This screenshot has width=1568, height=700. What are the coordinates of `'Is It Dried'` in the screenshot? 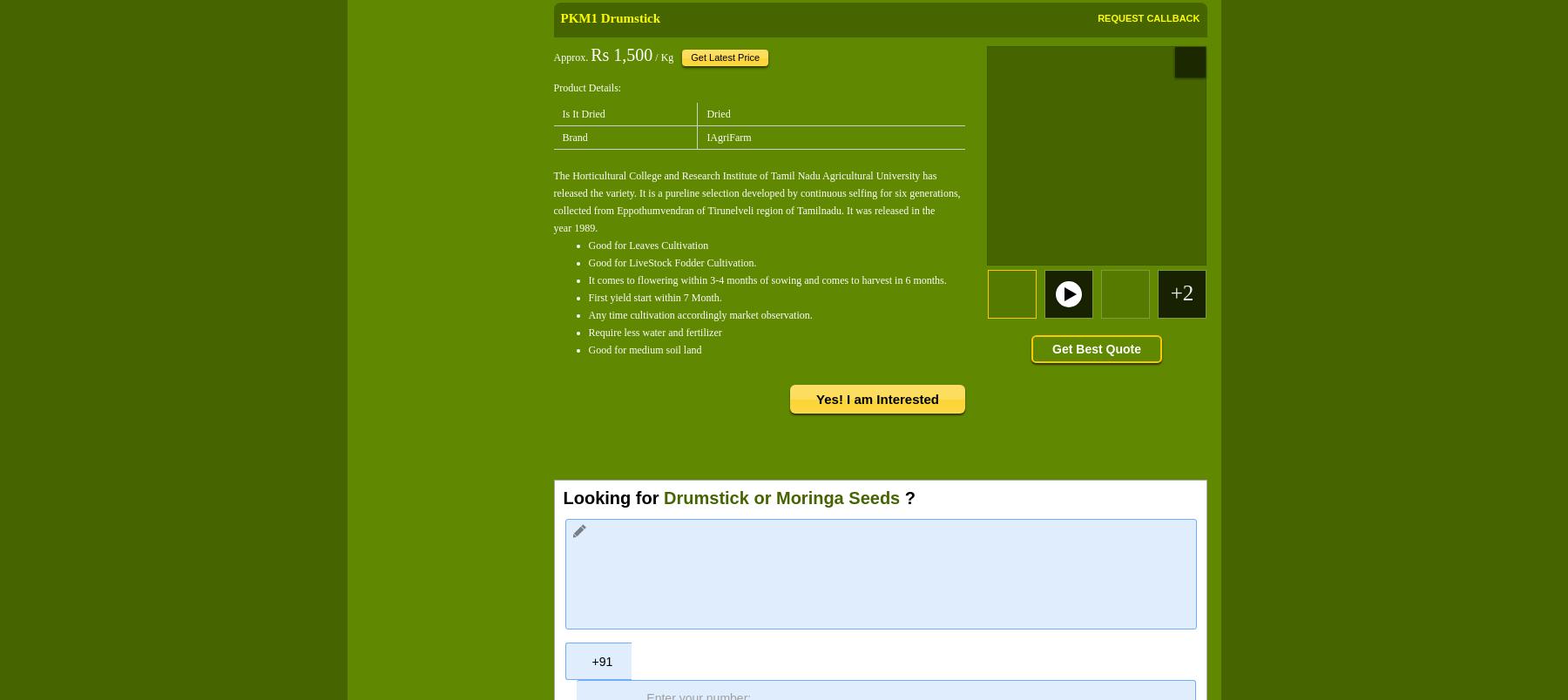 It's located at (561, 113).